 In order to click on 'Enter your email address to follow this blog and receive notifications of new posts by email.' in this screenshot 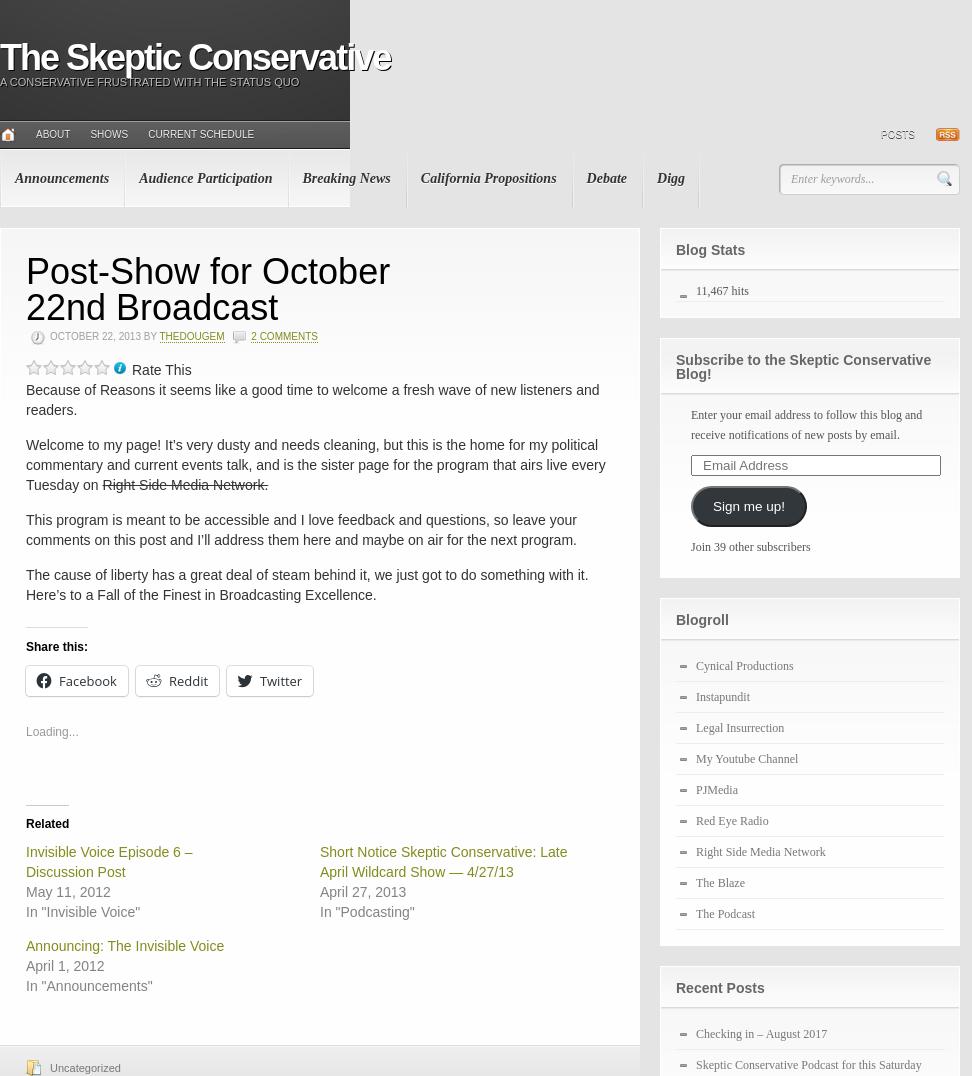, I will do `click(689, 425)`.